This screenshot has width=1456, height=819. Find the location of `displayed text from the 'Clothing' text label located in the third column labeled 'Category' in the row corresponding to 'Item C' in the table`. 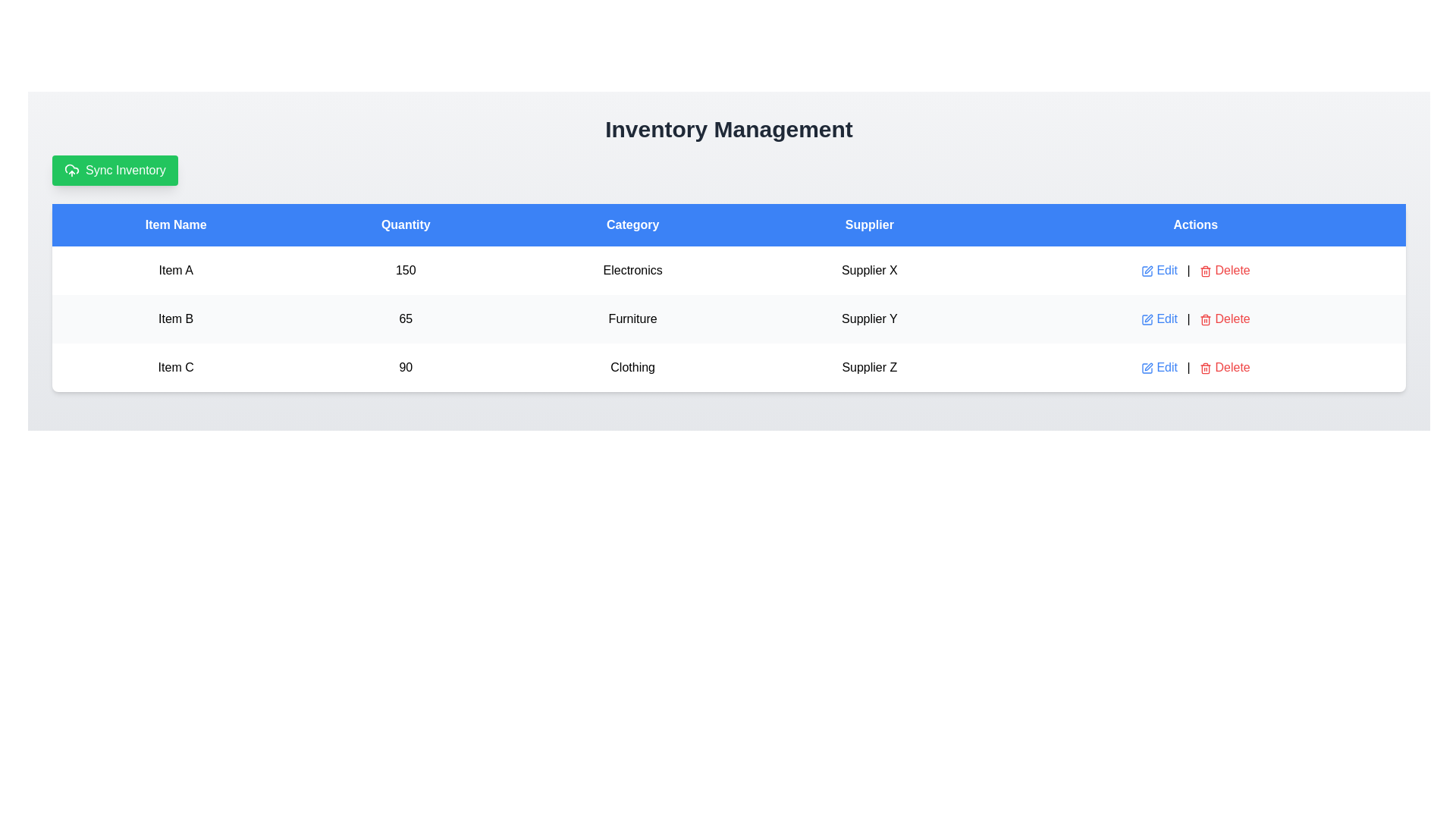

displayed text from the 'Clothing' text label located in the third column labeled 'Category' in the row corresponding to 'Item C' in the table is located at coordinates (632, 368).